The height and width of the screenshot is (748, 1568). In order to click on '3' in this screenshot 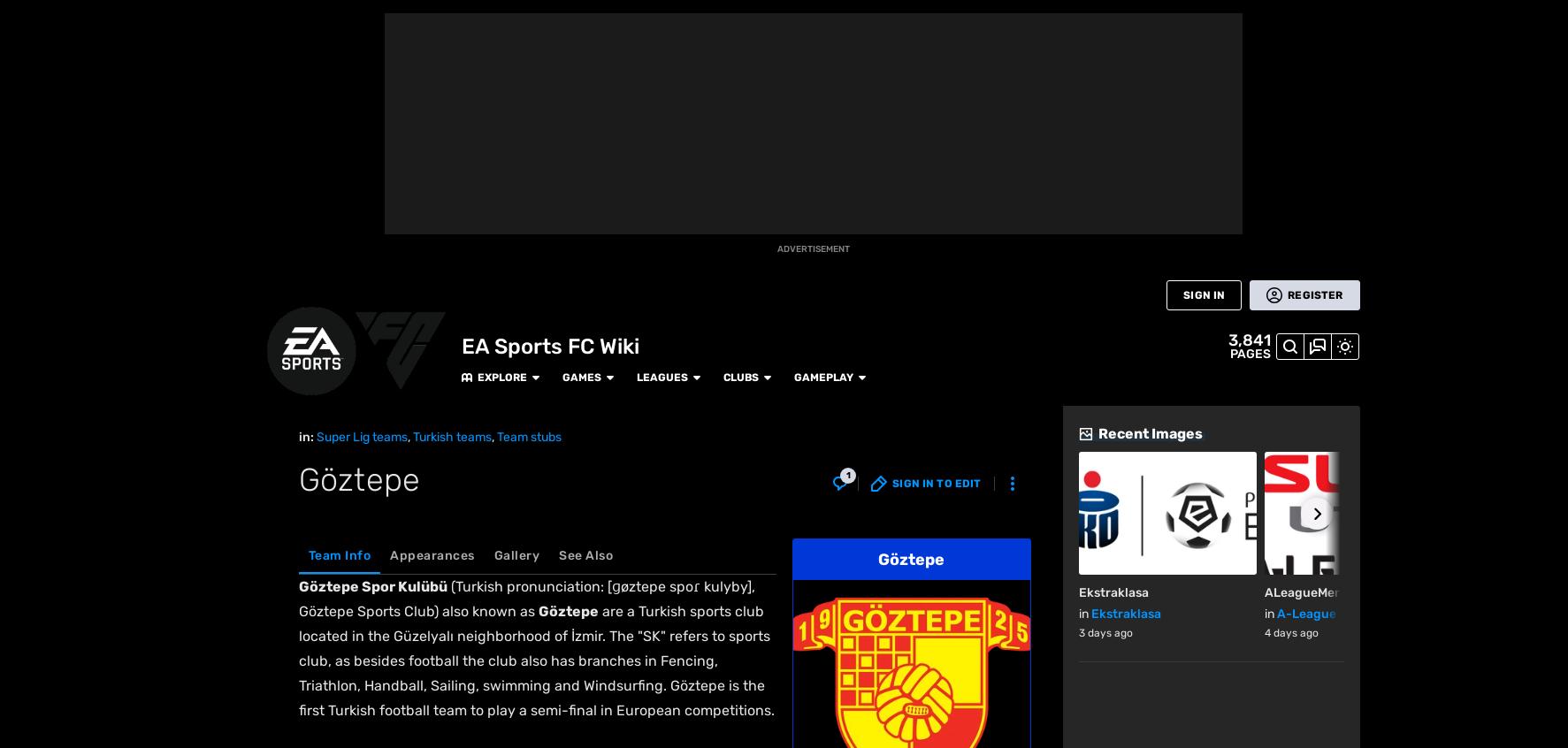, I will do `click(330, 622)`.